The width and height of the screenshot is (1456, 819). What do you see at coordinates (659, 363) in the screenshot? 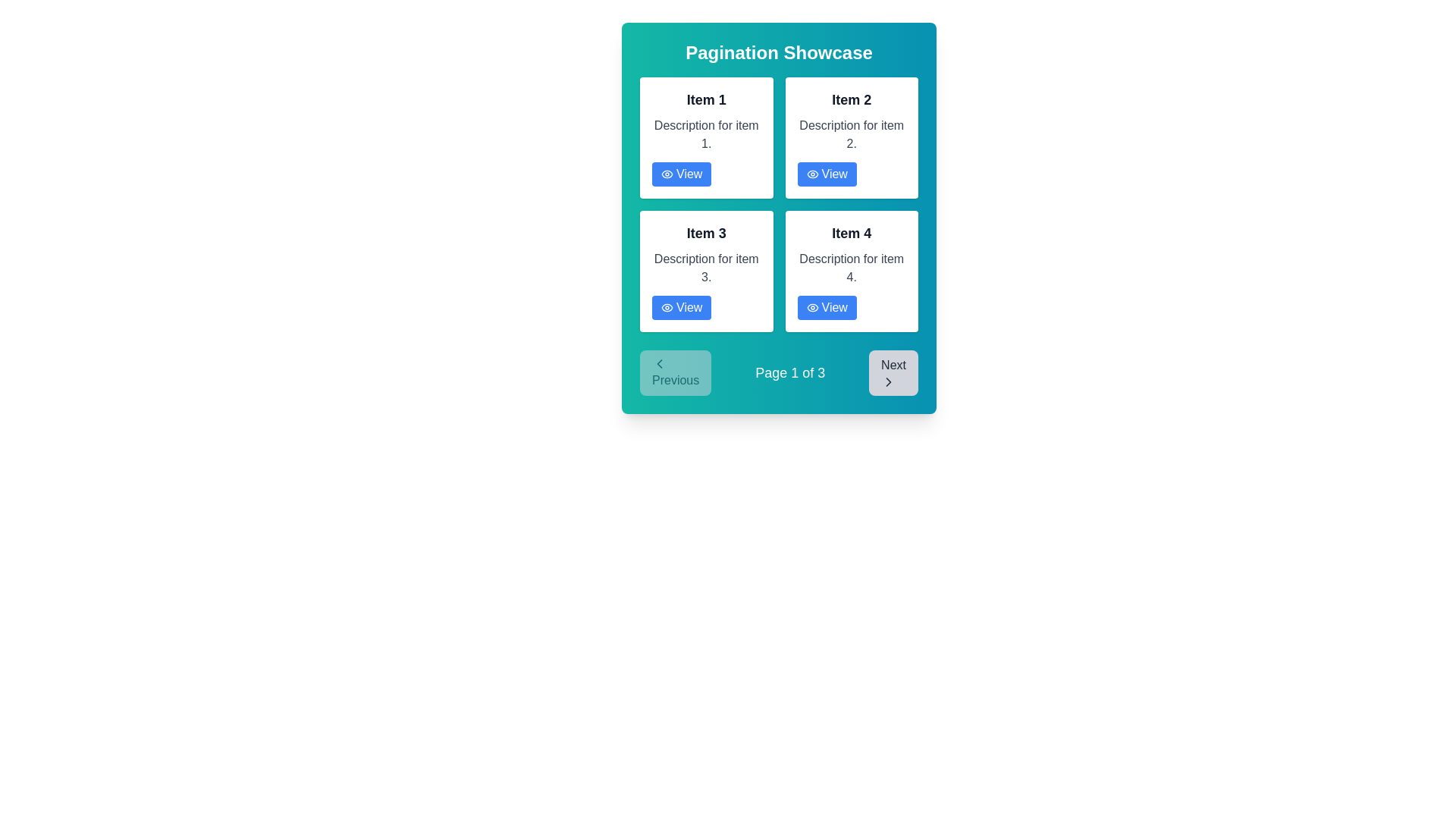
I see `the left-facing chevron arrow icon that indicates the 'Previous' navigation button located in the lower-left corner of the pagination interface` at bounding box center [659, 363].